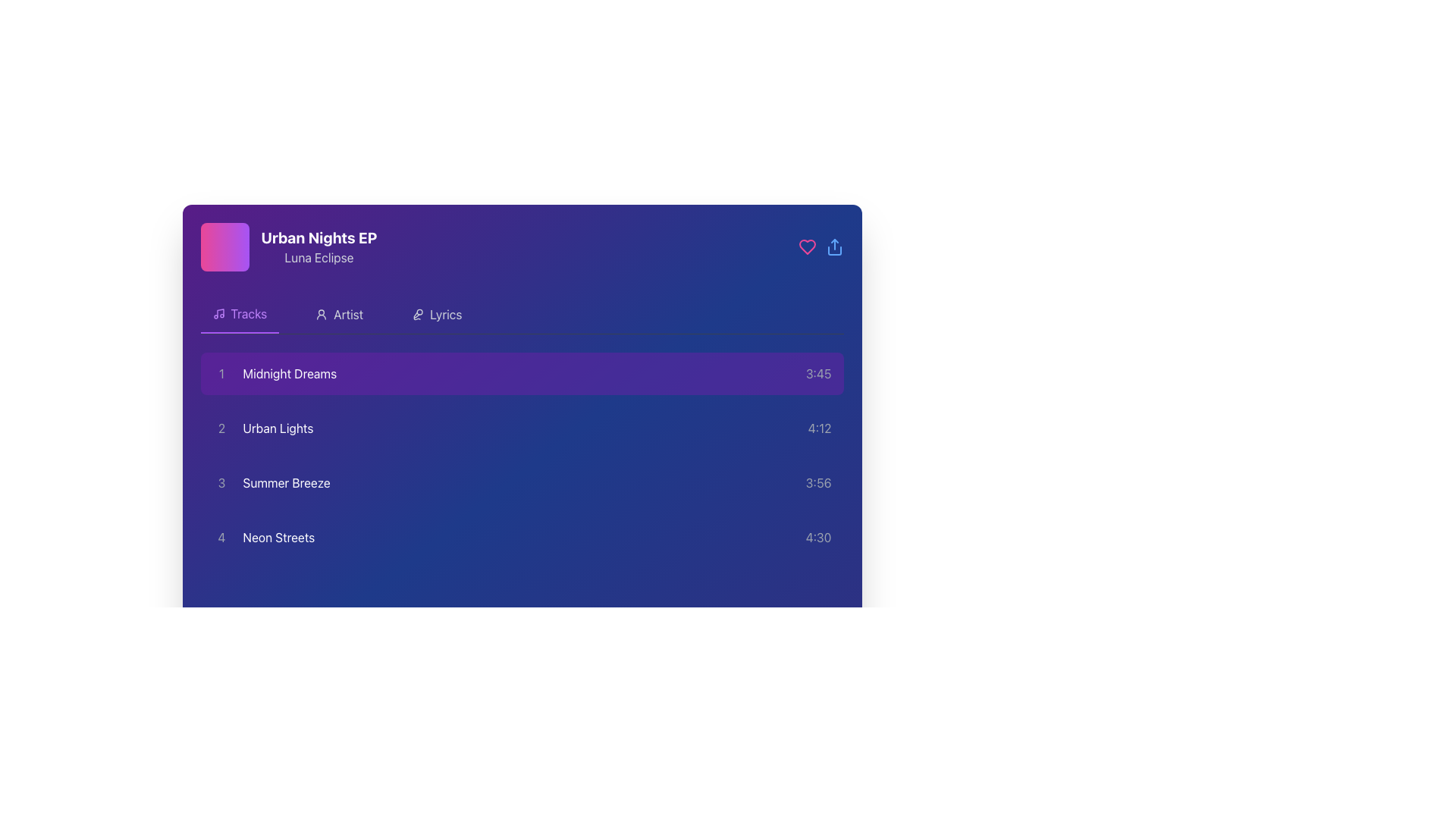 Image resolution: width=1456 pixels, height=819 pixels. Describe the element at coordinates (262, 428) in the screenshot. I see `the track list item representing 'Urban Lights', which is the second item` at that location.